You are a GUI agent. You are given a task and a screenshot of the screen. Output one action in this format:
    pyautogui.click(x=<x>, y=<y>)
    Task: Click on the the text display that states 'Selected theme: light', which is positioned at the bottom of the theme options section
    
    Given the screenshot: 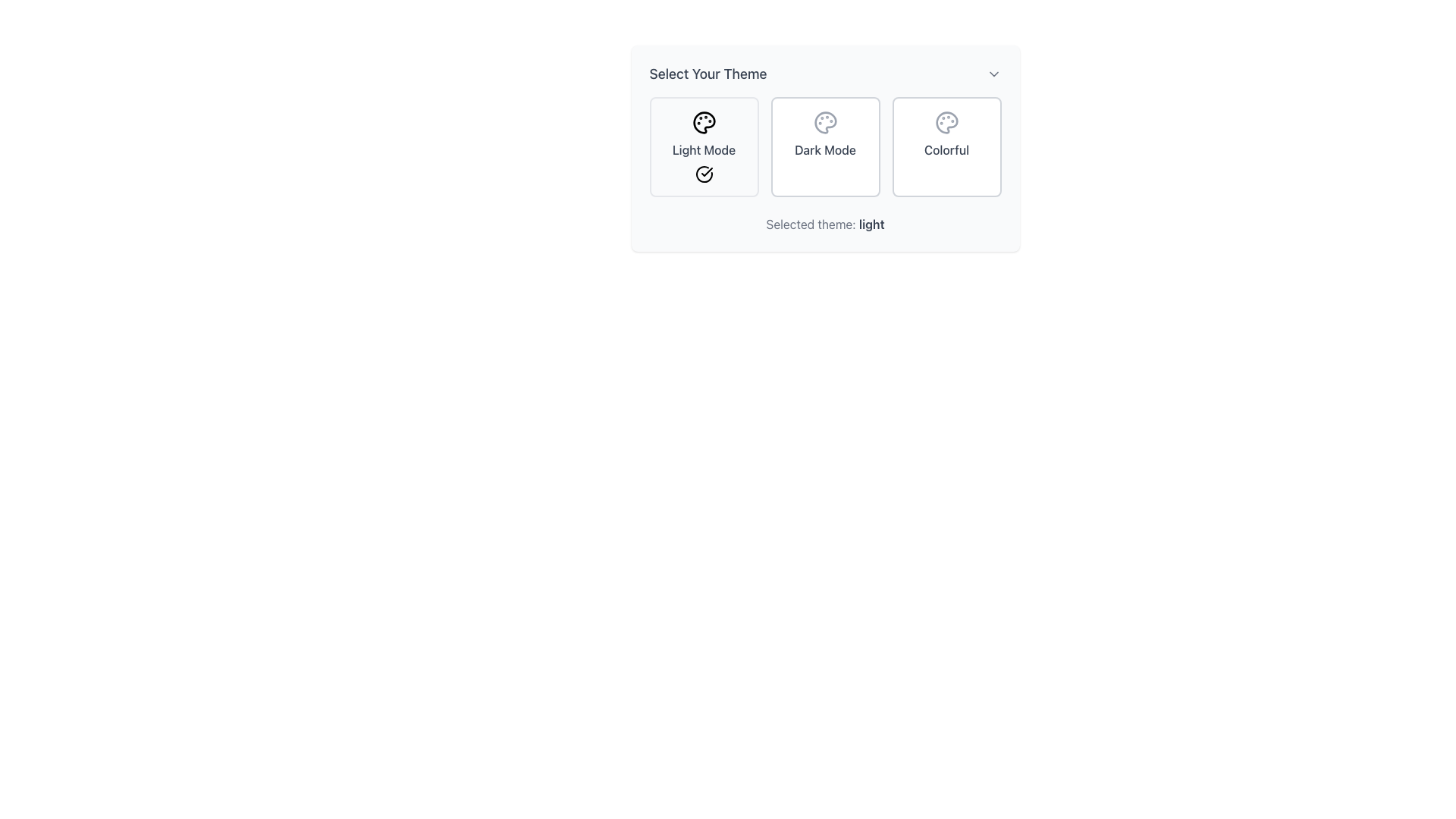 What is the action you would take?
    pyautogui.click(x=824, y=224)
    